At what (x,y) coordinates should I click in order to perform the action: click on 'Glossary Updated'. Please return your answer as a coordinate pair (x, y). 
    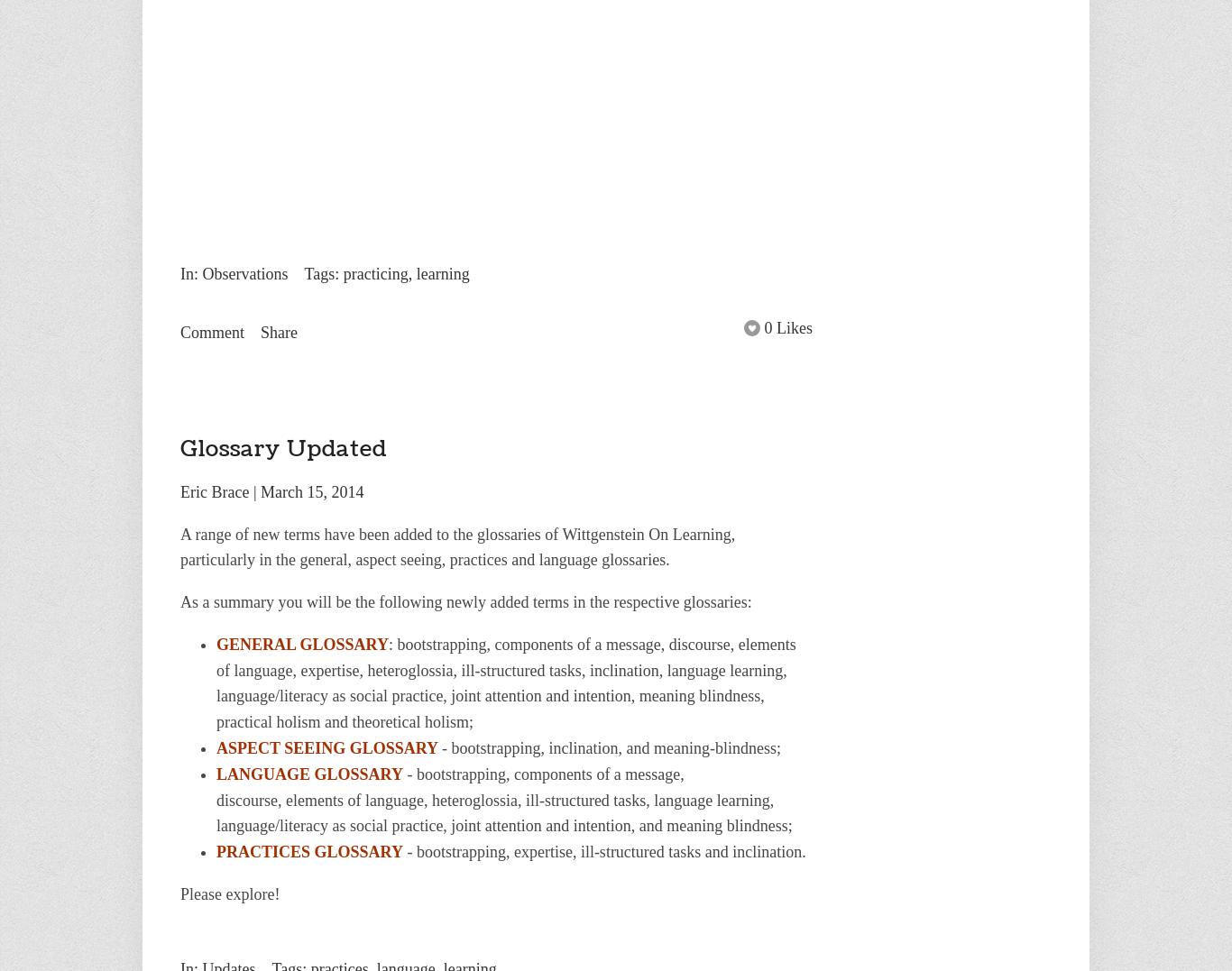
    Looking at the image, I should click on (283, 448).